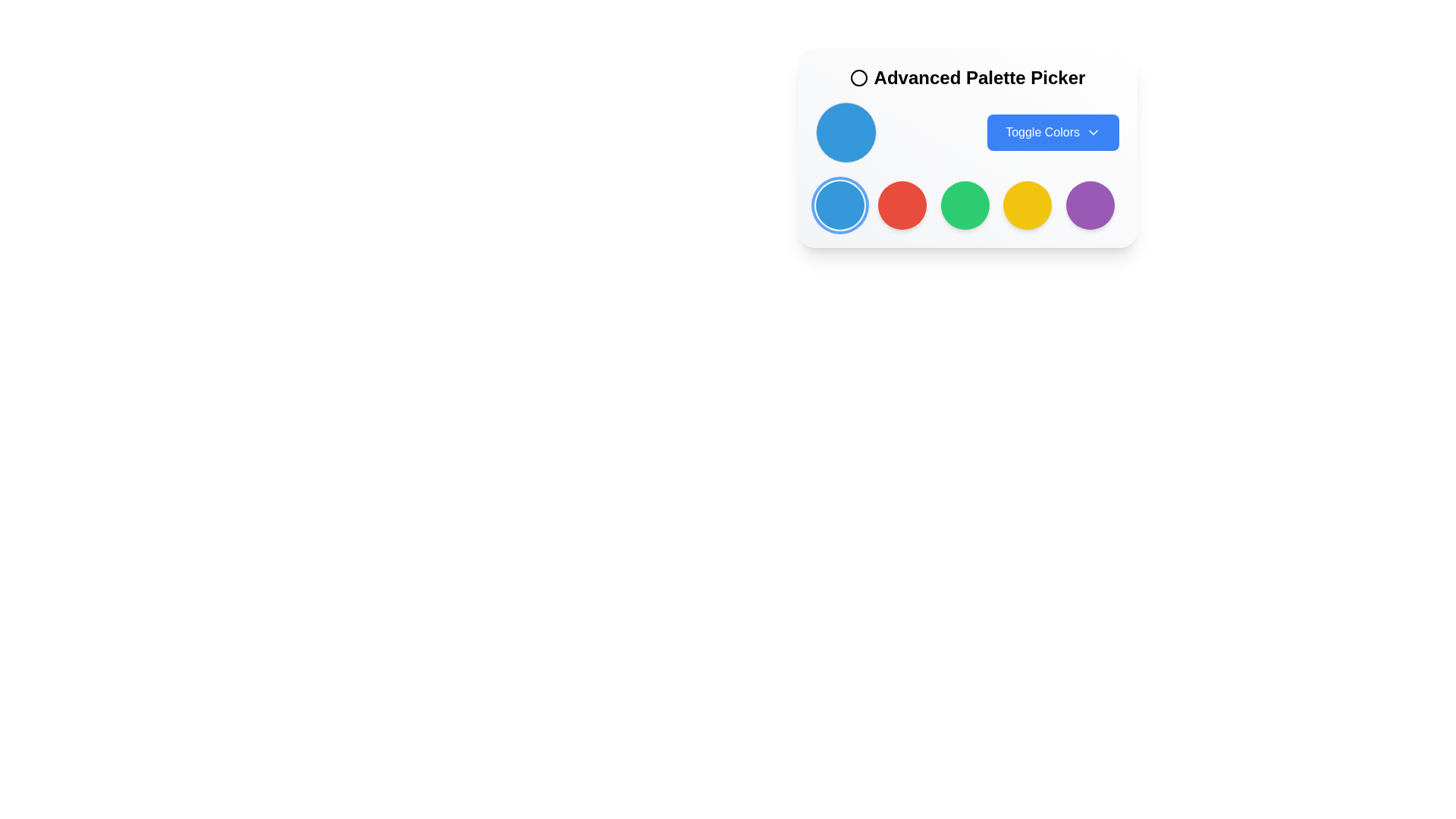  I want to click on the third solid green circular button, so click(964, 205).